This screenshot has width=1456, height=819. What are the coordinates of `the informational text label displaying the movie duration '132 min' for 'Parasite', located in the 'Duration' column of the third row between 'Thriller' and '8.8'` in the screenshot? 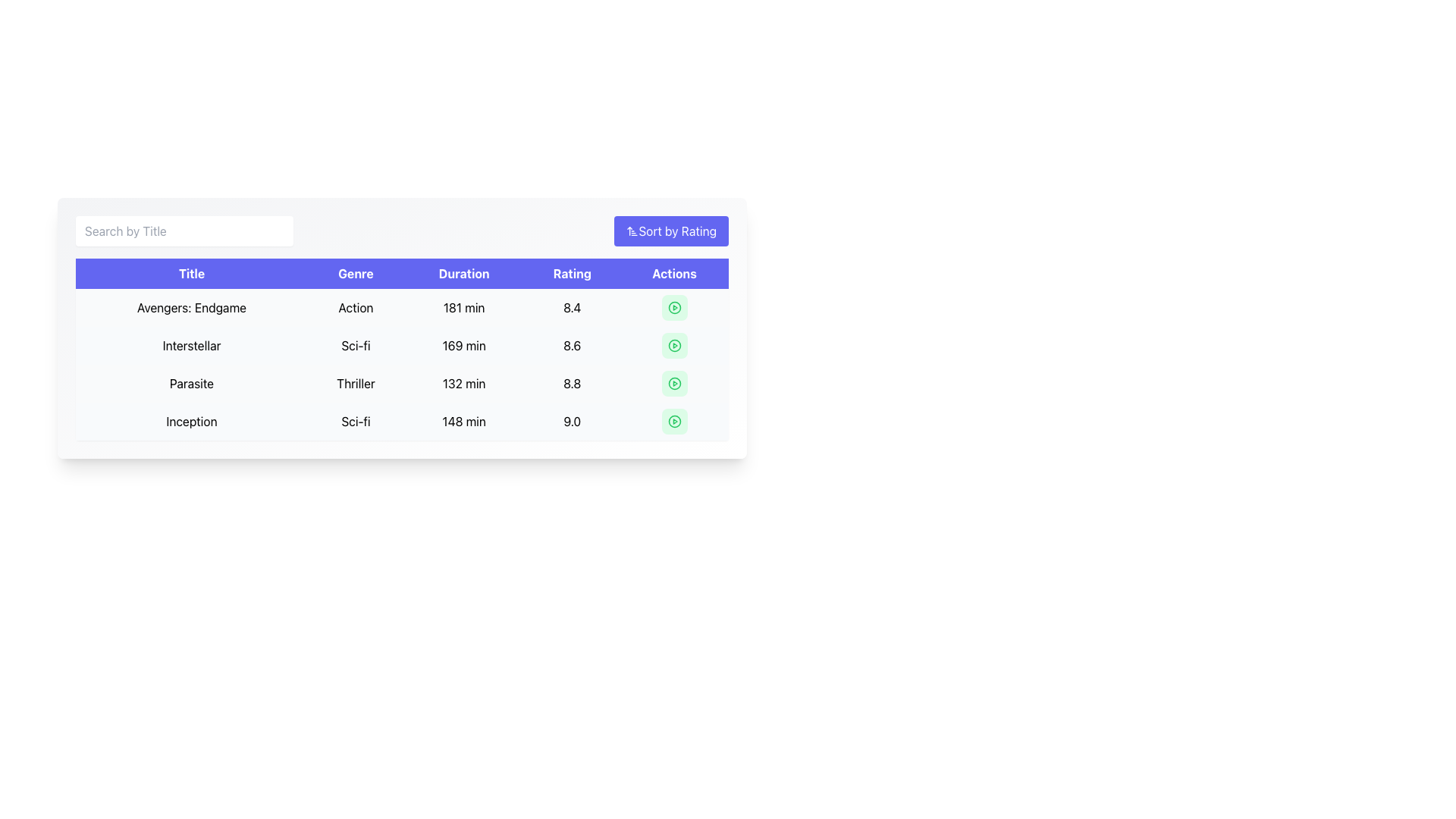 It's located at (463, 382).